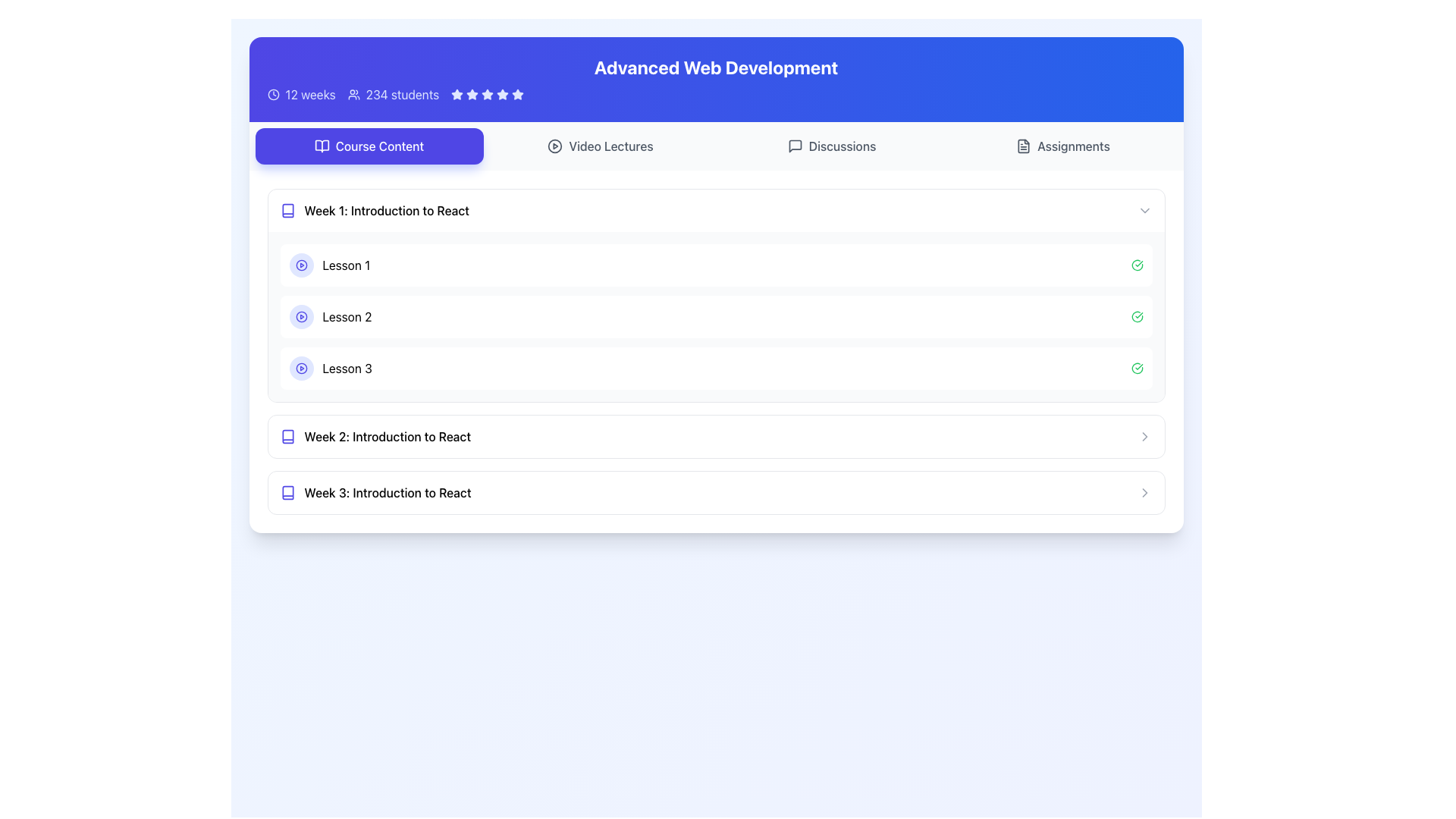 This screenshot has height=819, width=1456. Describe the element at coordinates (379, 146) in the screenshot. I see `the text label within the prominent rectangular button located in the top section of the interface, guiding users to course materials or syllabus, situated to the left of the 'Video Lectures' and 'Discussions' buttons` at that location.